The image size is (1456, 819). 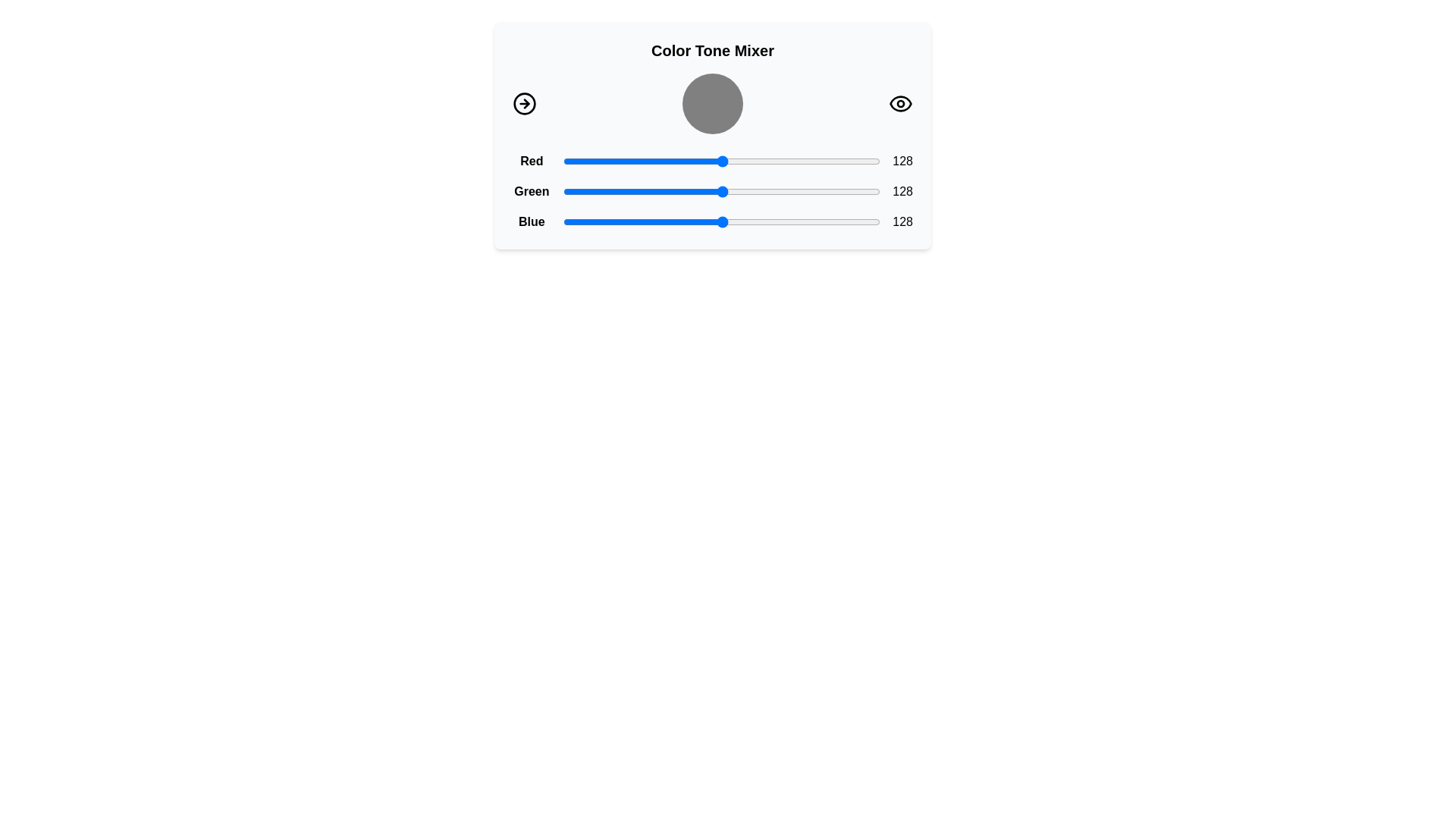 What do you see at coordinates (733, 161) in the screenshot?
I see `the red component` at bounding box center [733, 161].